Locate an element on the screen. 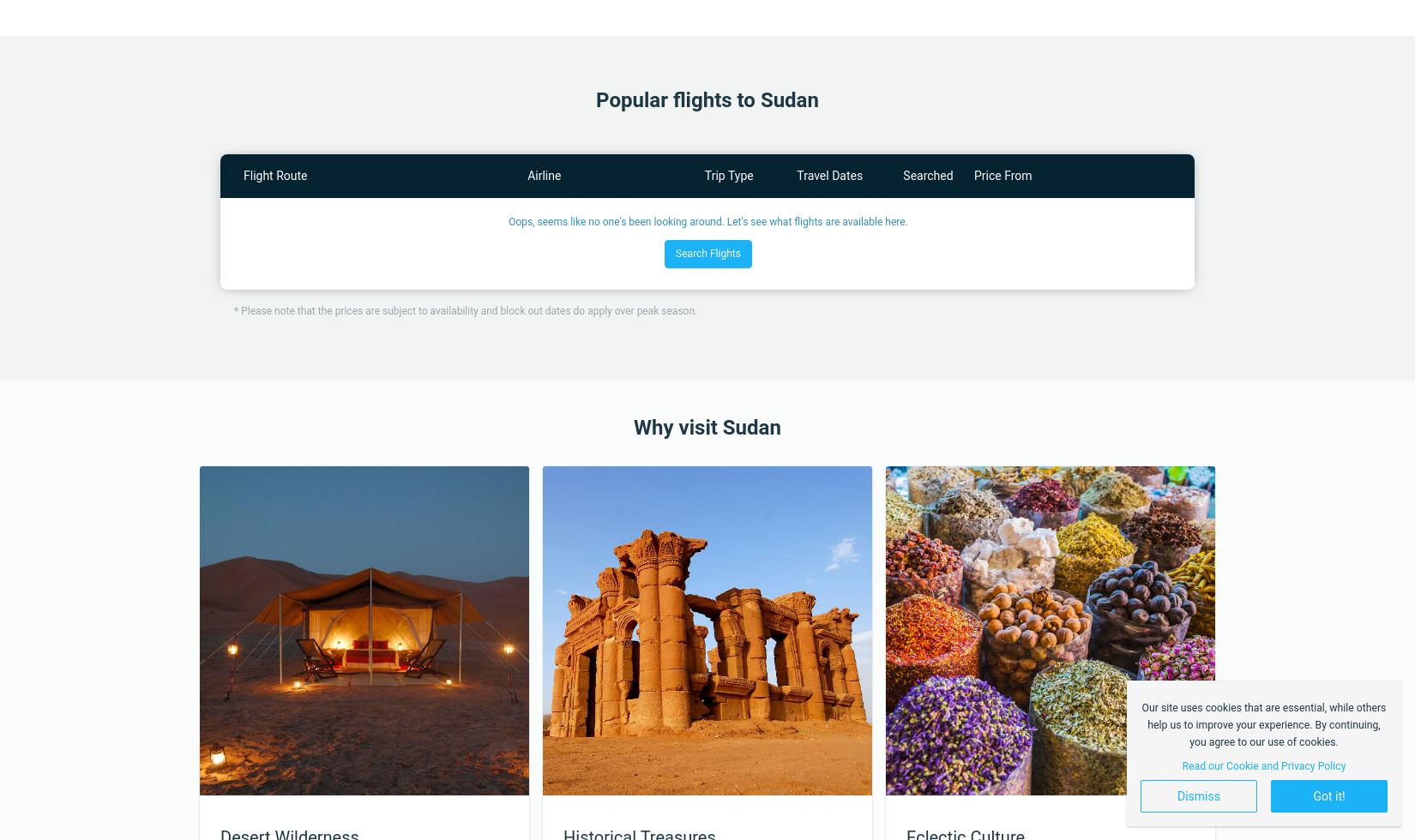 The height and width of the screenshot is (840, 1415). 'Dismiss' is located at coordinates (1197, 796).